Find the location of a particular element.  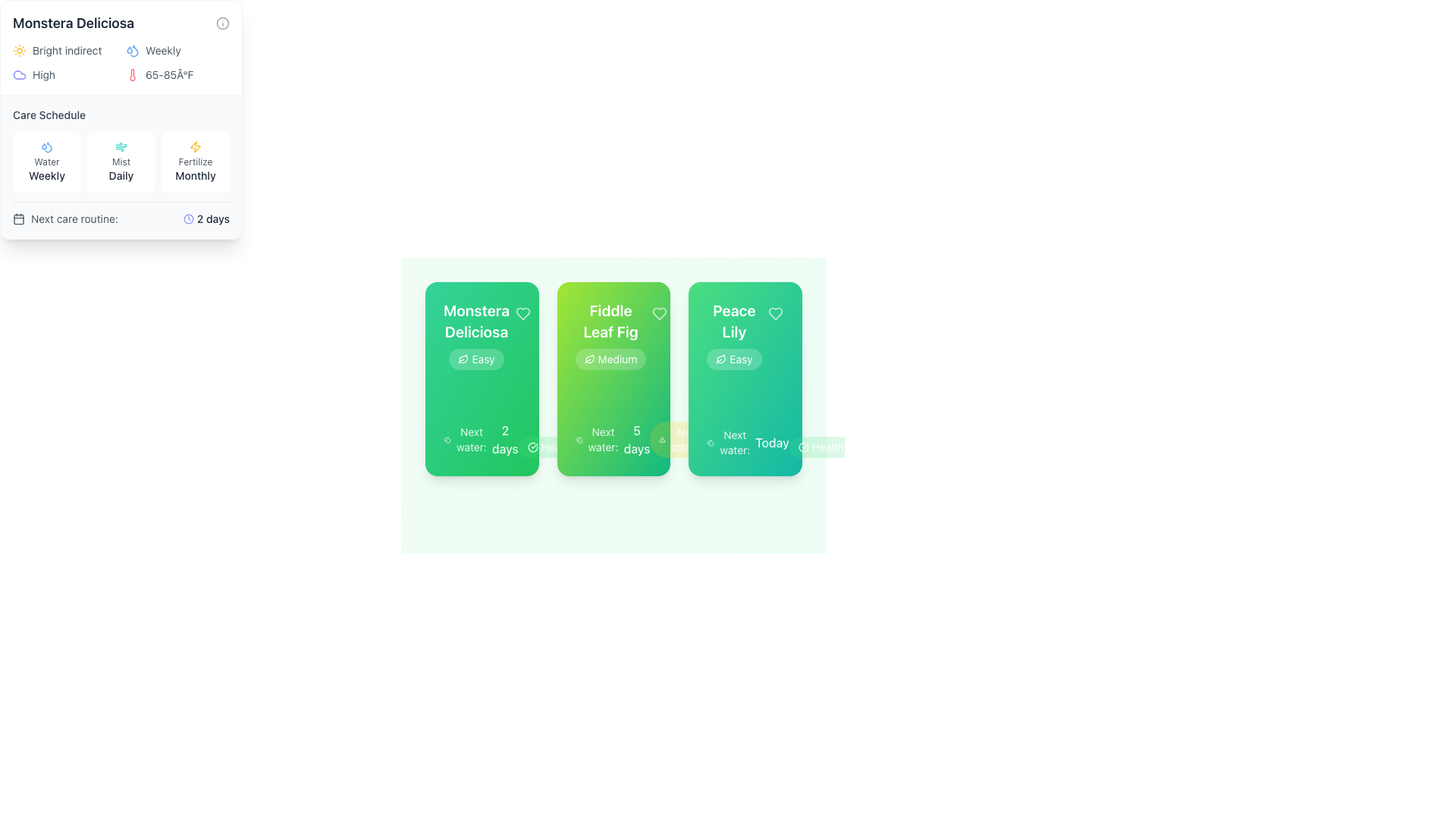

the 'Today' text label, which is displayed in a medium-sized white font on a green background, located at the bottom of the 'Peace Lily' card within the 'Next water:' information area is located at coordinates (772, 442).